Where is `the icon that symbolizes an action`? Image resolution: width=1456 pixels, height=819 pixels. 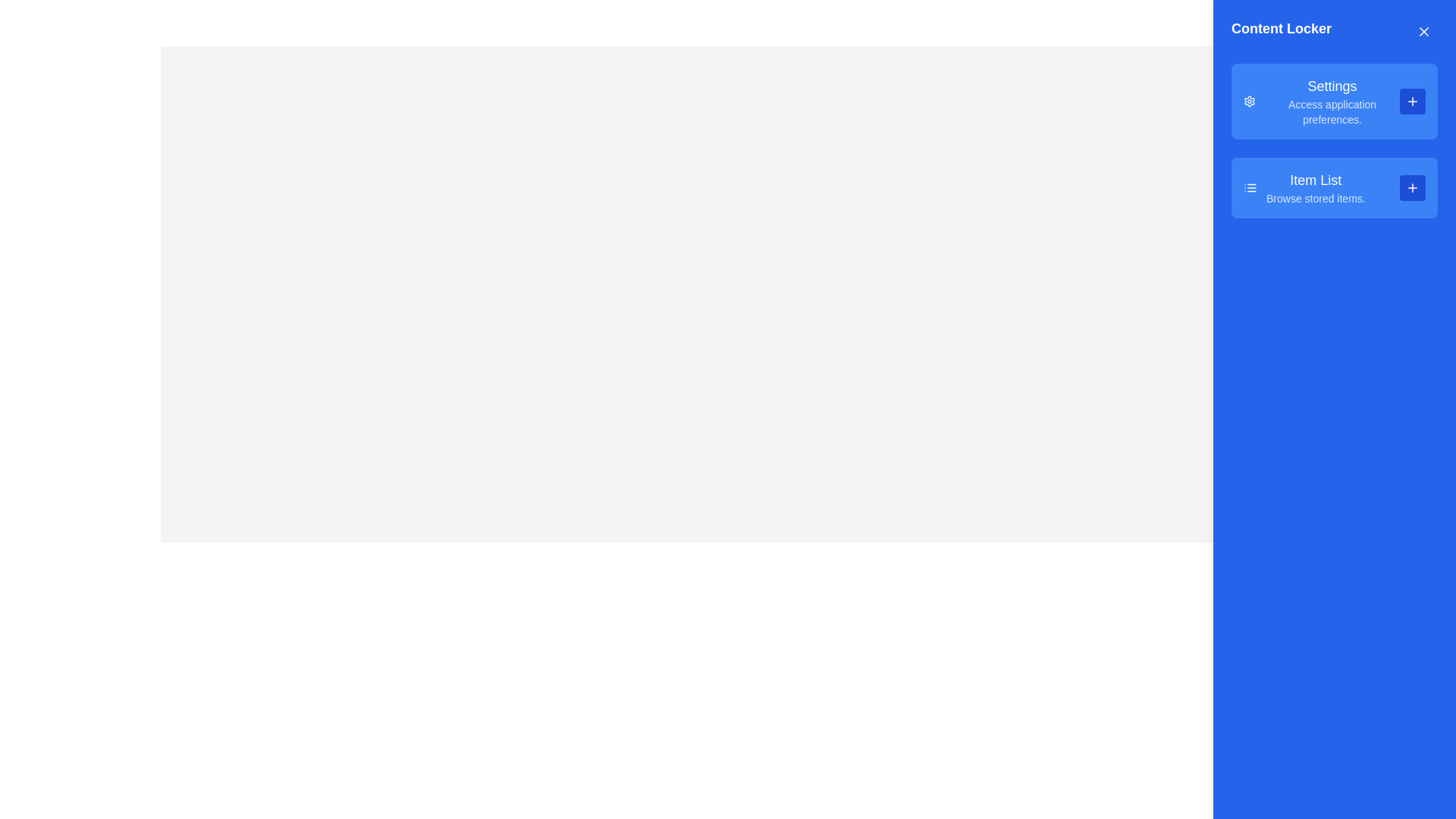
the icon that symbolizes an action is located at coordinates (1411, 187).